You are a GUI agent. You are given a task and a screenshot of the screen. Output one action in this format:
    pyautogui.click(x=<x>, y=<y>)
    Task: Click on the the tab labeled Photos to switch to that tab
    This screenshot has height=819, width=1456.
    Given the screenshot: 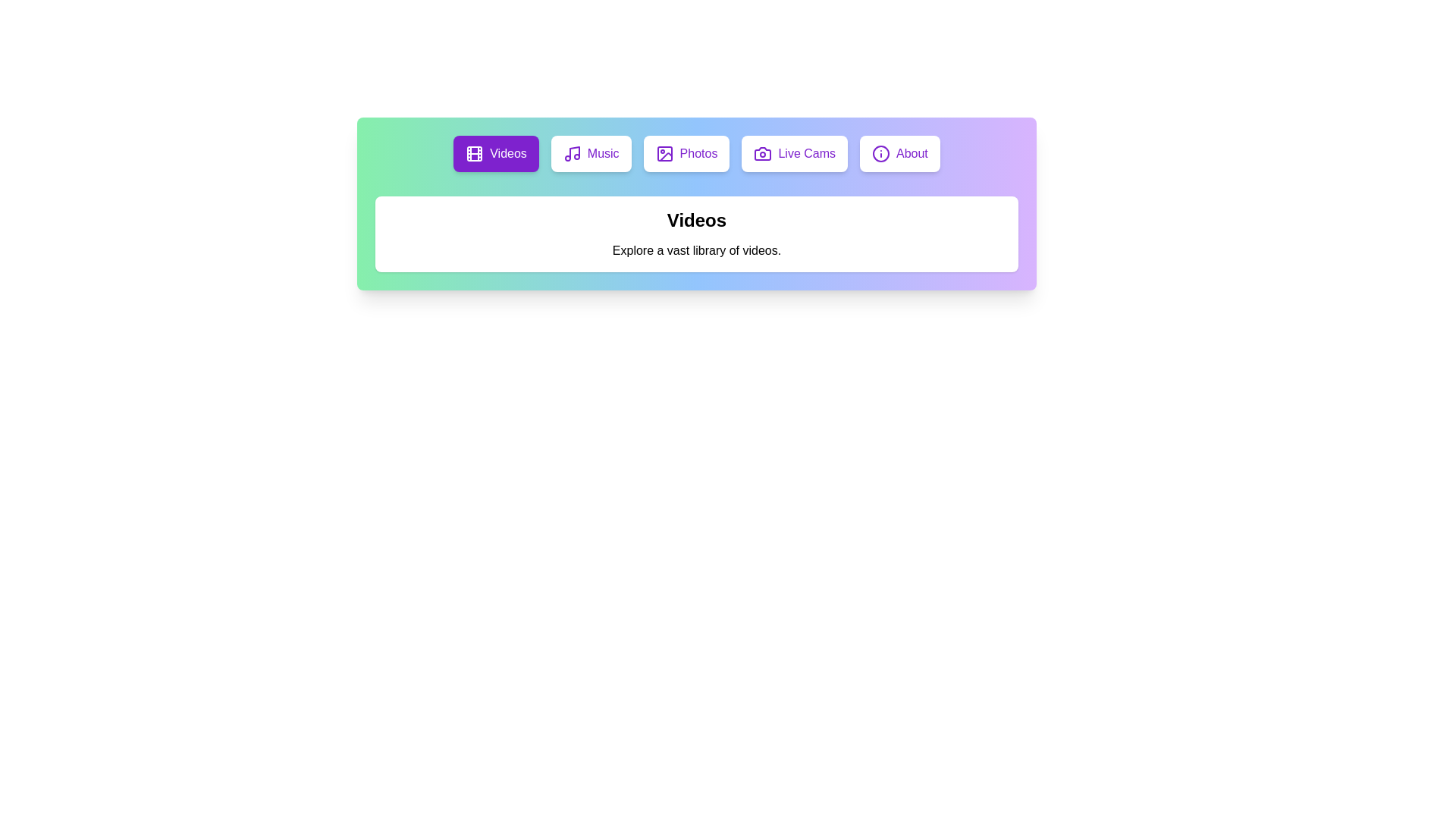 What is the action you would take?
    pyautogui.click(x=686, y=154)
    